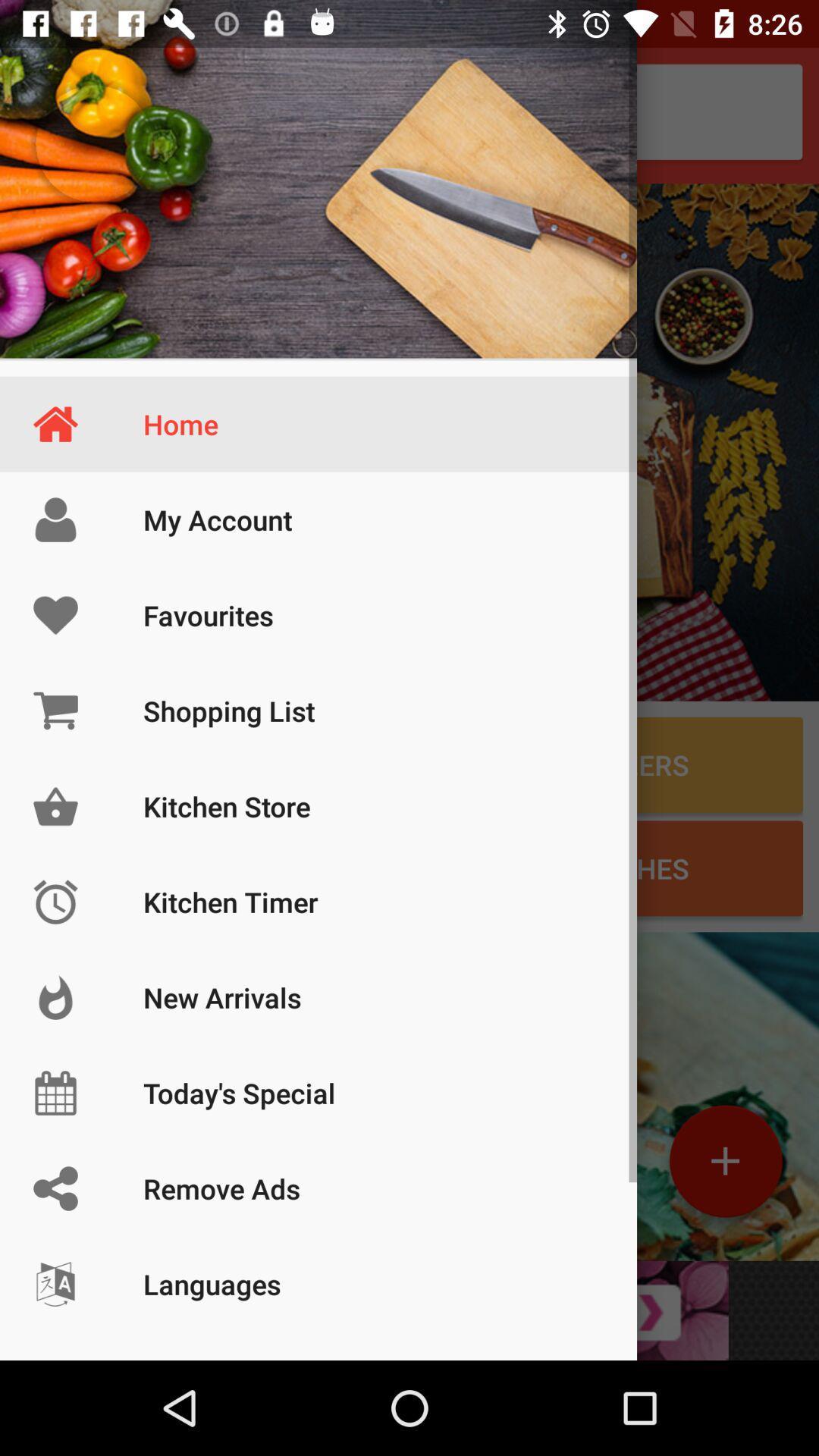 The height and width of the screenshot is (1456, 819). What do you see at coordinates (724, 1166) in the screenshot?
I see `the add icon` at bounding box center [724, 1166].